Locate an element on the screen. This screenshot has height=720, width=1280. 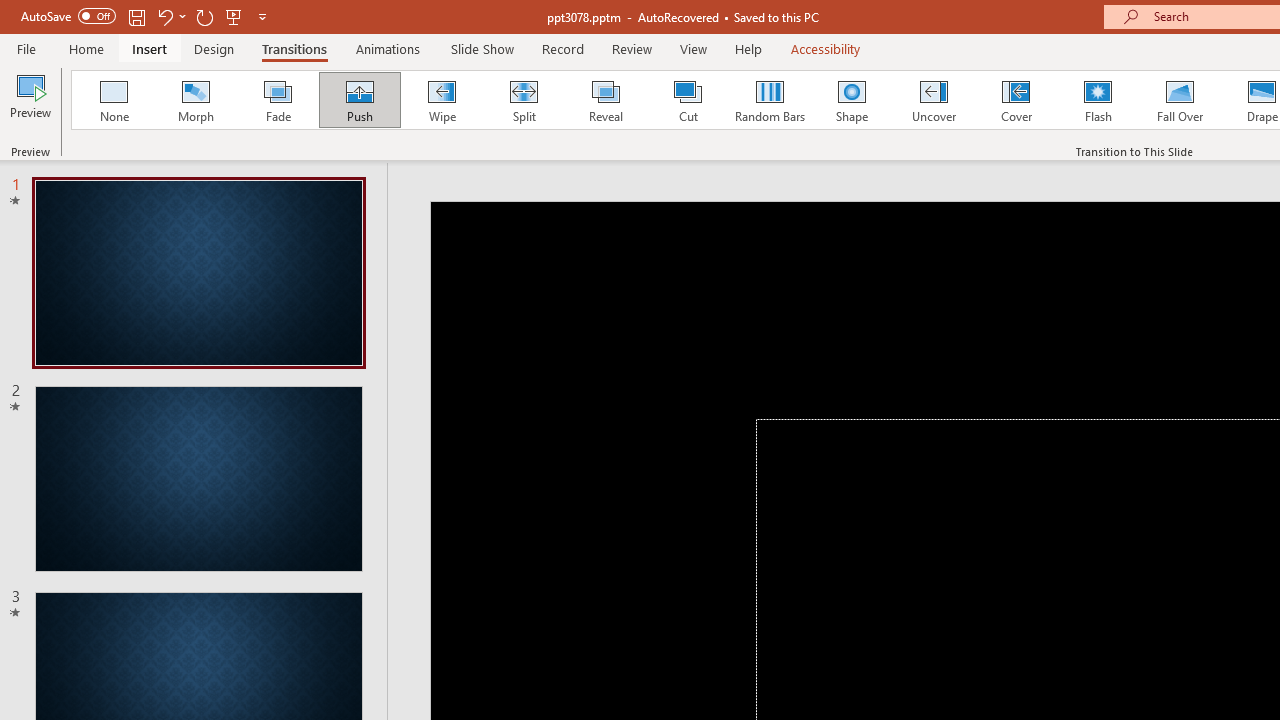
'Cover' is located at coordinates (1016, 100).